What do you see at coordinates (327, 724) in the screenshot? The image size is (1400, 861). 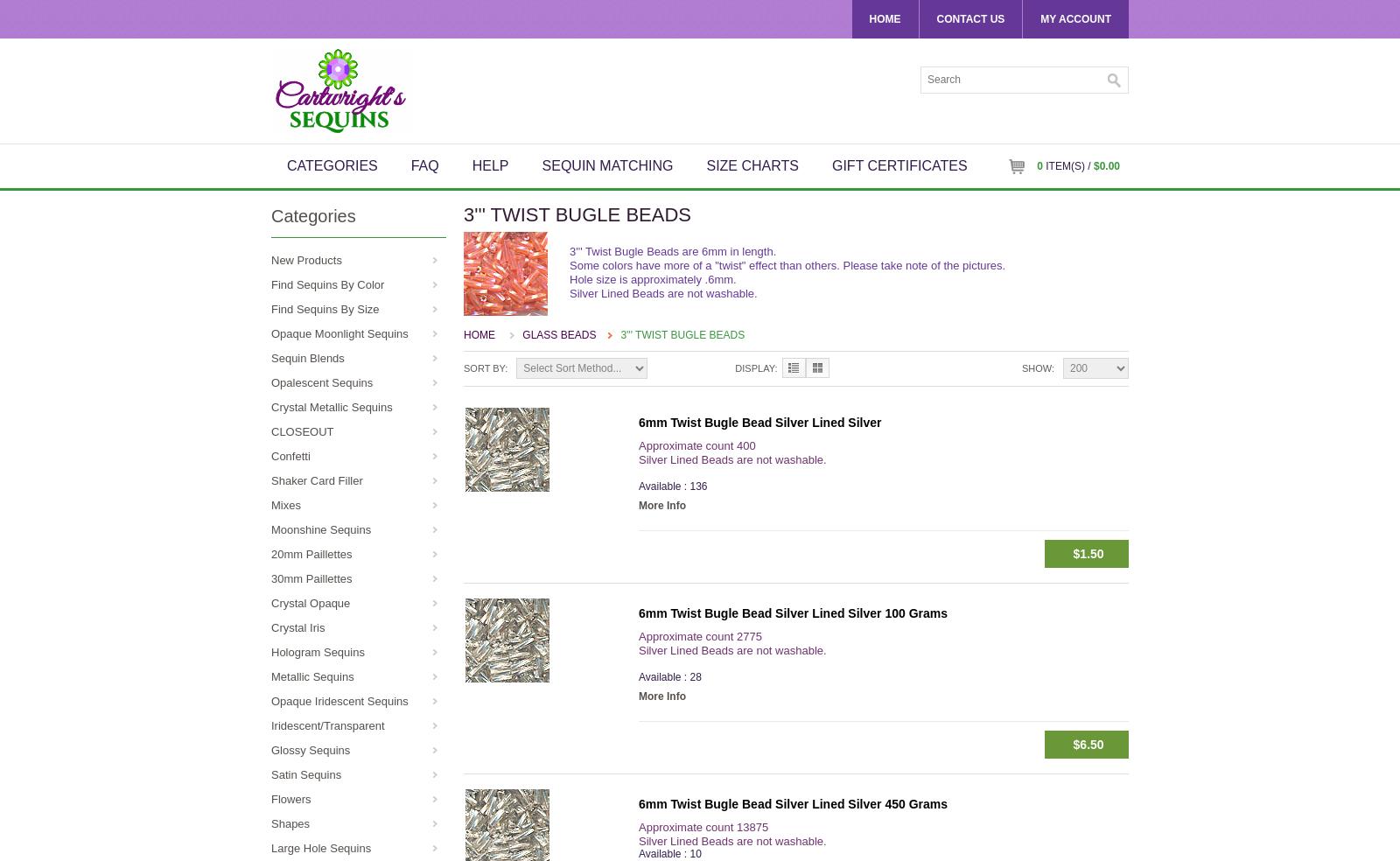 I see `'Iridescent/Transparent'` at bounding box center [327, 724].